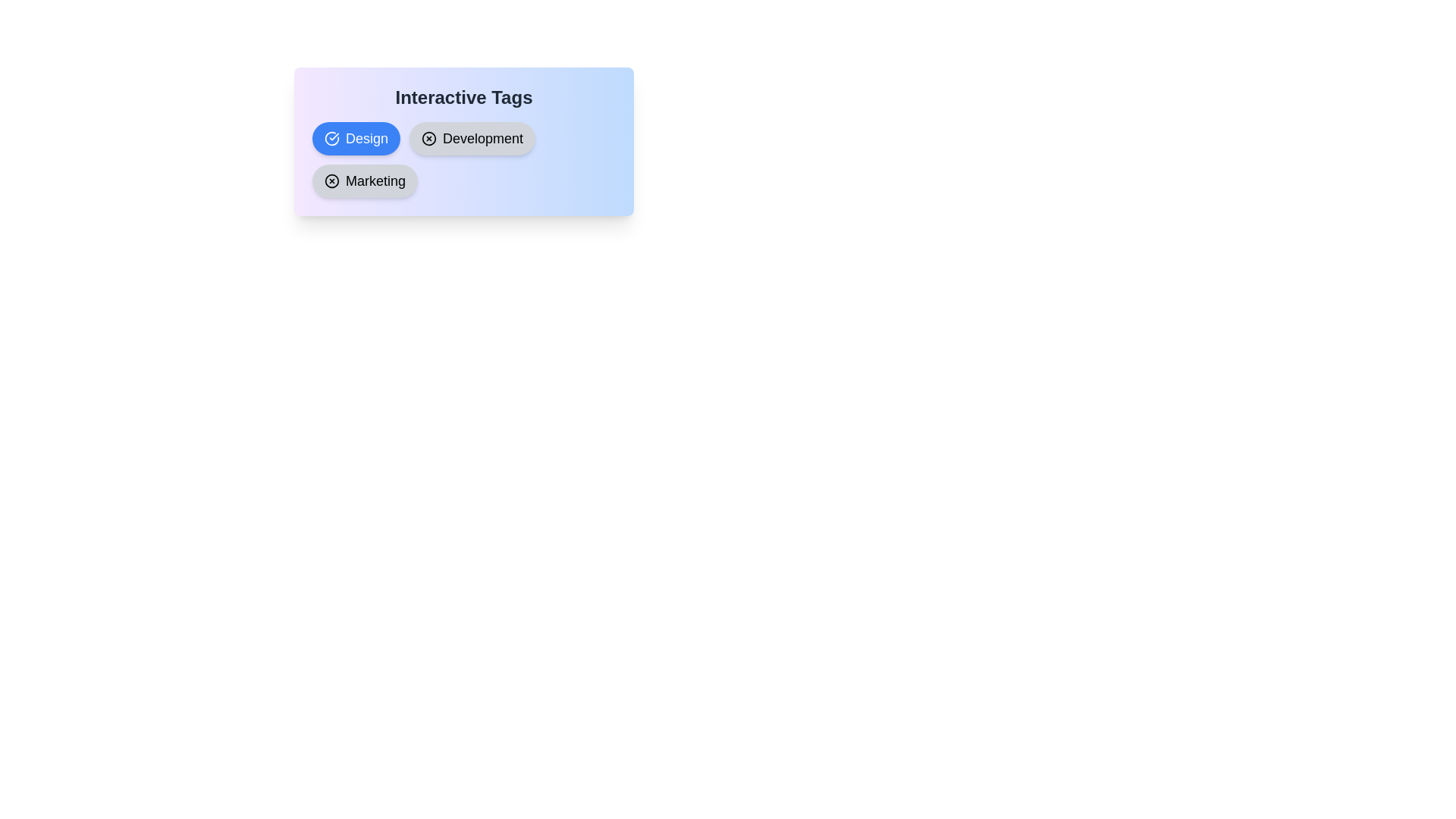  Describe the element at coordinates (472, 138) in the screenshot. I see `the chip labeled 'Development' to observe its hover effect` at that location.